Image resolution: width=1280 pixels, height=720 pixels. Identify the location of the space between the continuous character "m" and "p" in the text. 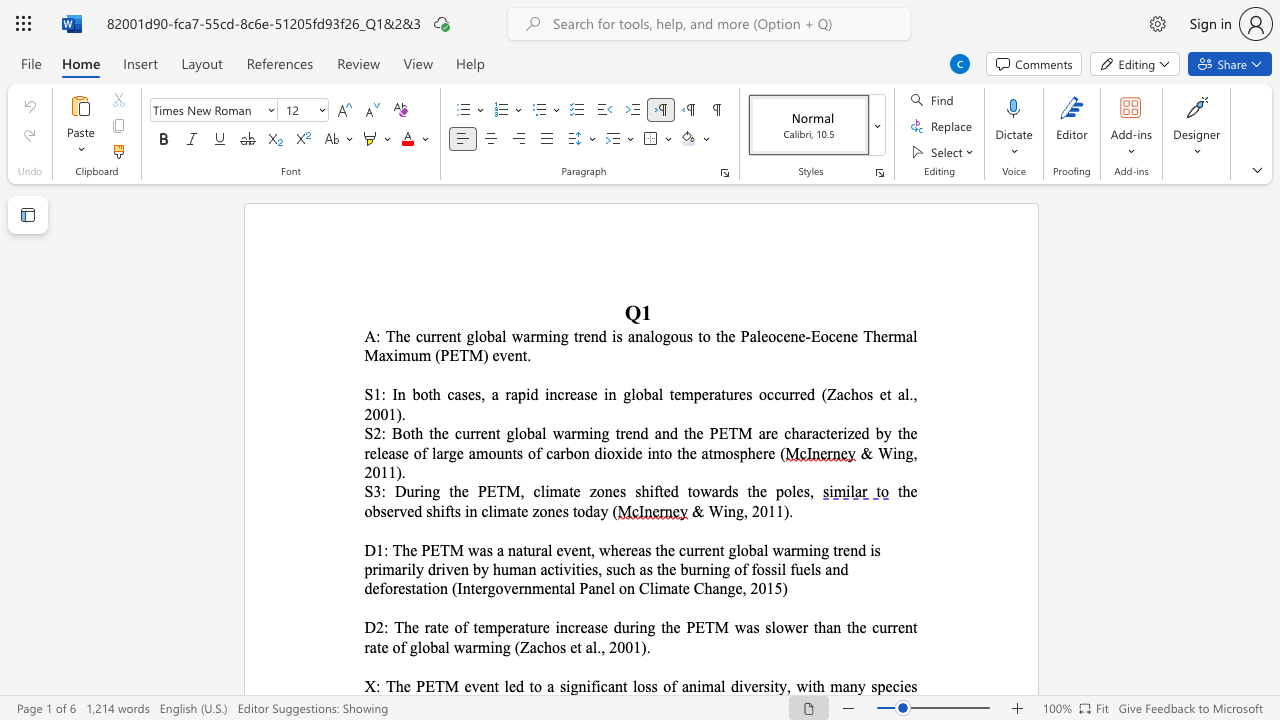
(496, 626).